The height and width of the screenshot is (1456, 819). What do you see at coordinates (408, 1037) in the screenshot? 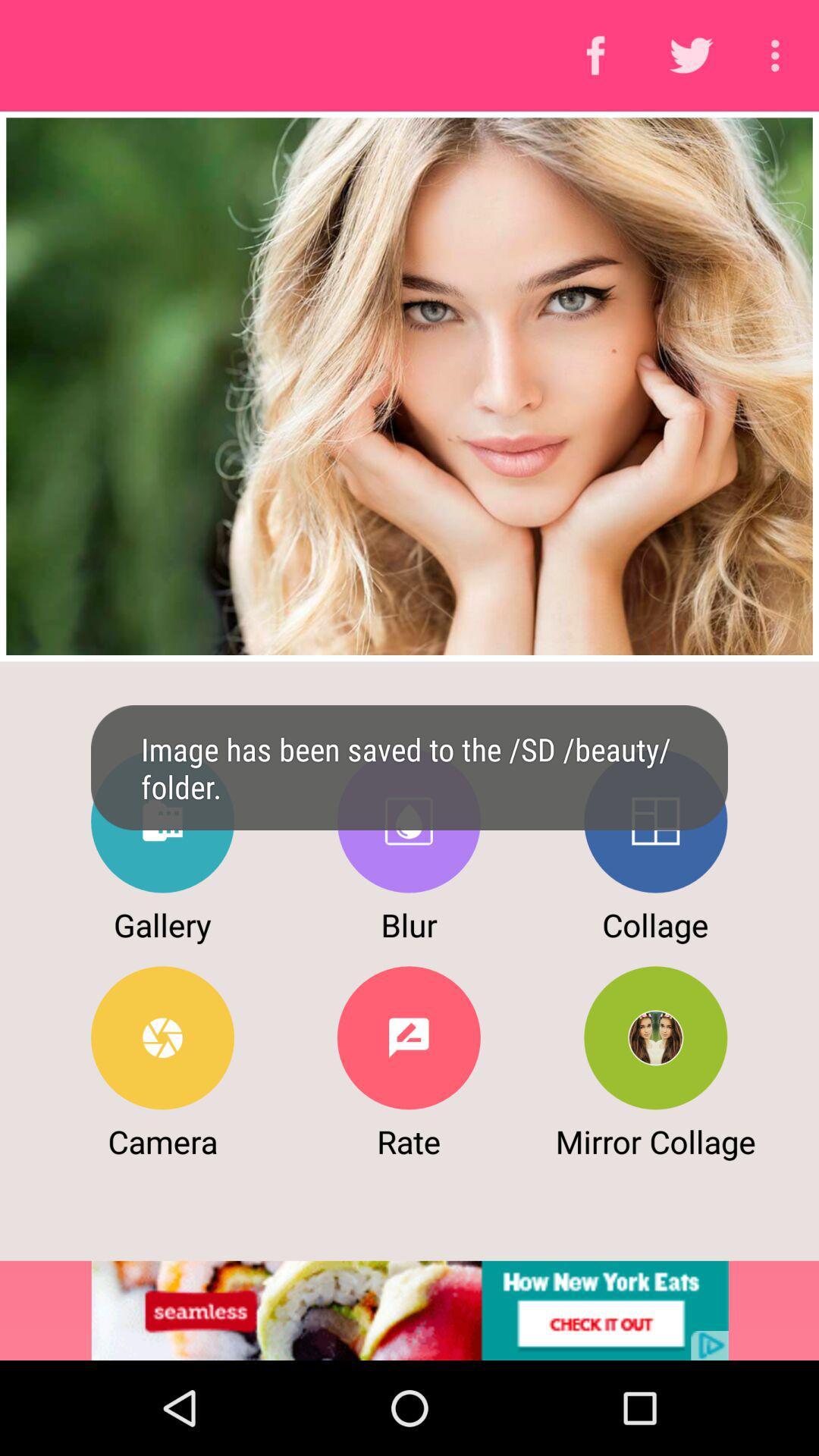
I see `rate` at bounding box center [408, 1037].